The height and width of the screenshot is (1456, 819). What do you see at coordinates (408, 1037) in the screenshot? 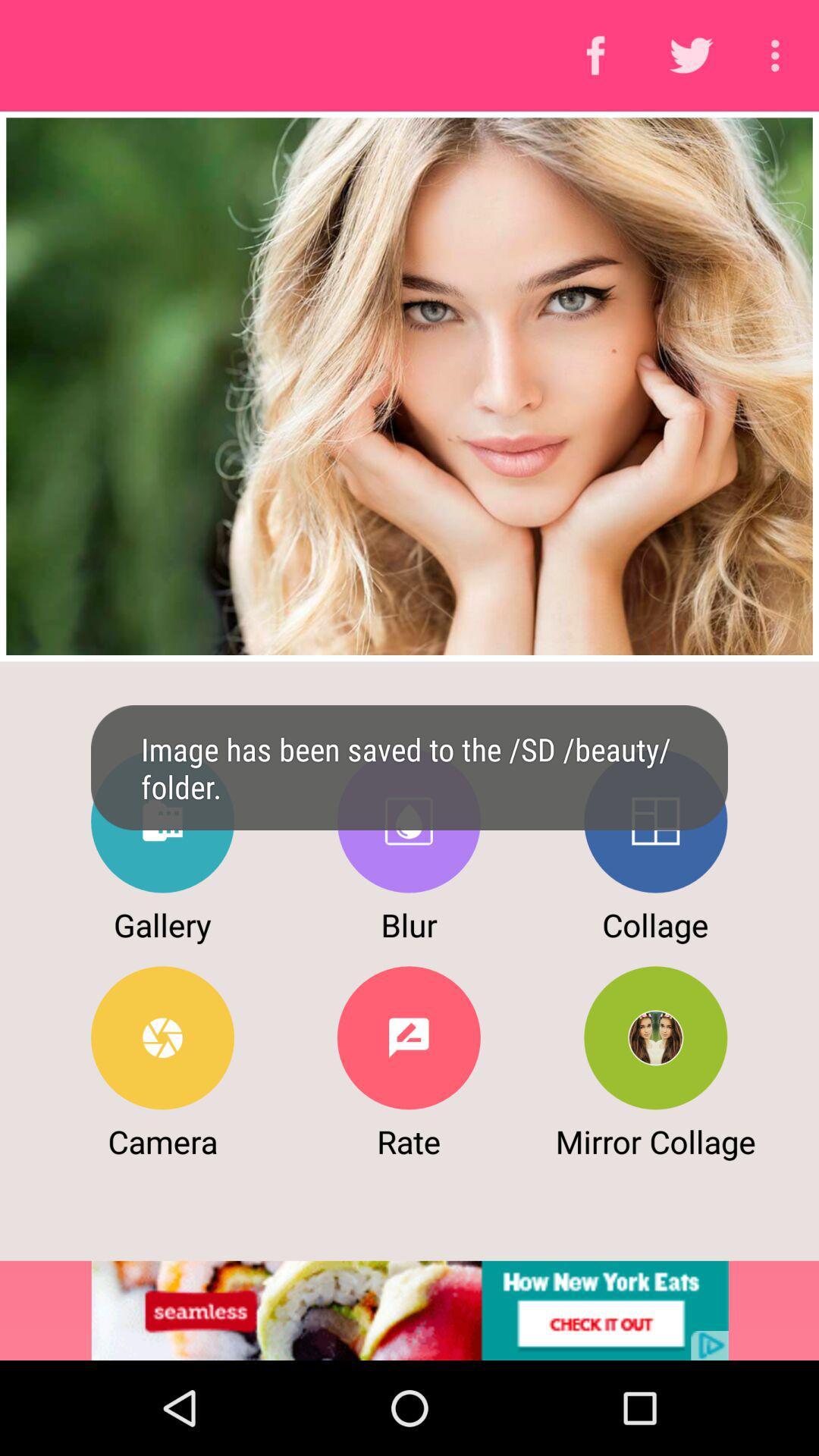
I see `rate` at bounding box center [408, 1037].